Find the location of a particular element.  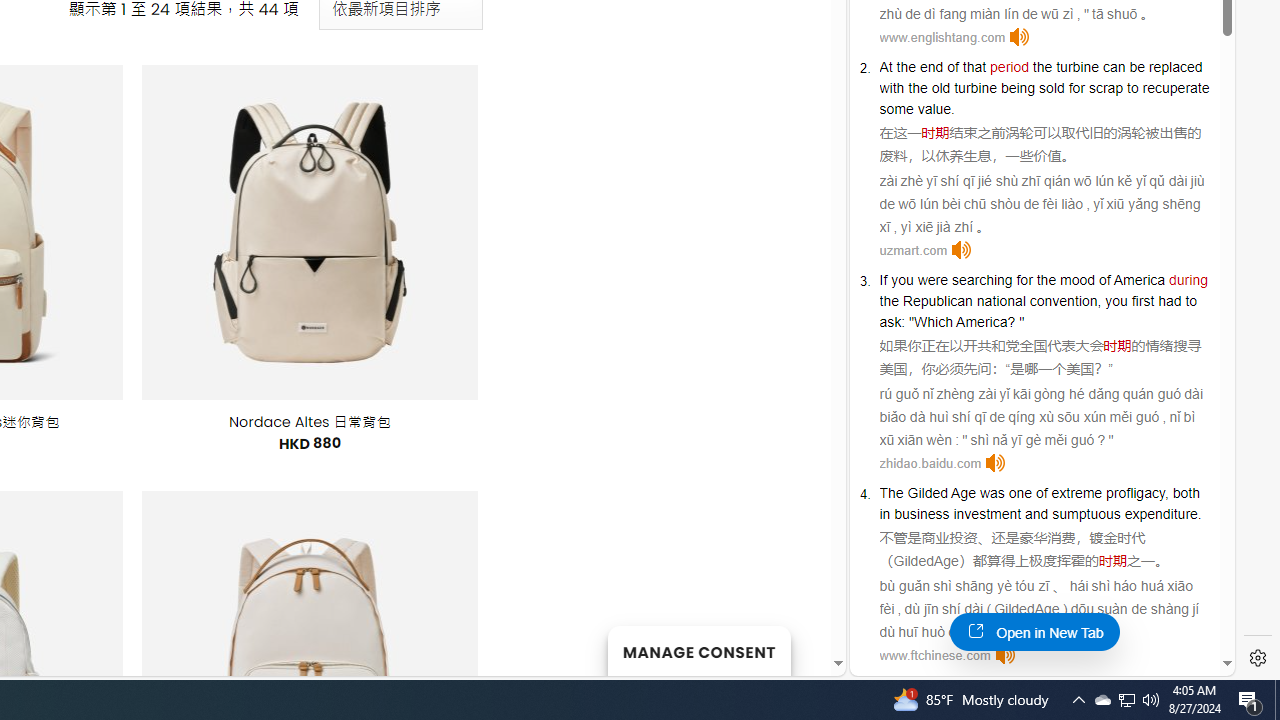

'convention' is located at coordinates (1062, 300).